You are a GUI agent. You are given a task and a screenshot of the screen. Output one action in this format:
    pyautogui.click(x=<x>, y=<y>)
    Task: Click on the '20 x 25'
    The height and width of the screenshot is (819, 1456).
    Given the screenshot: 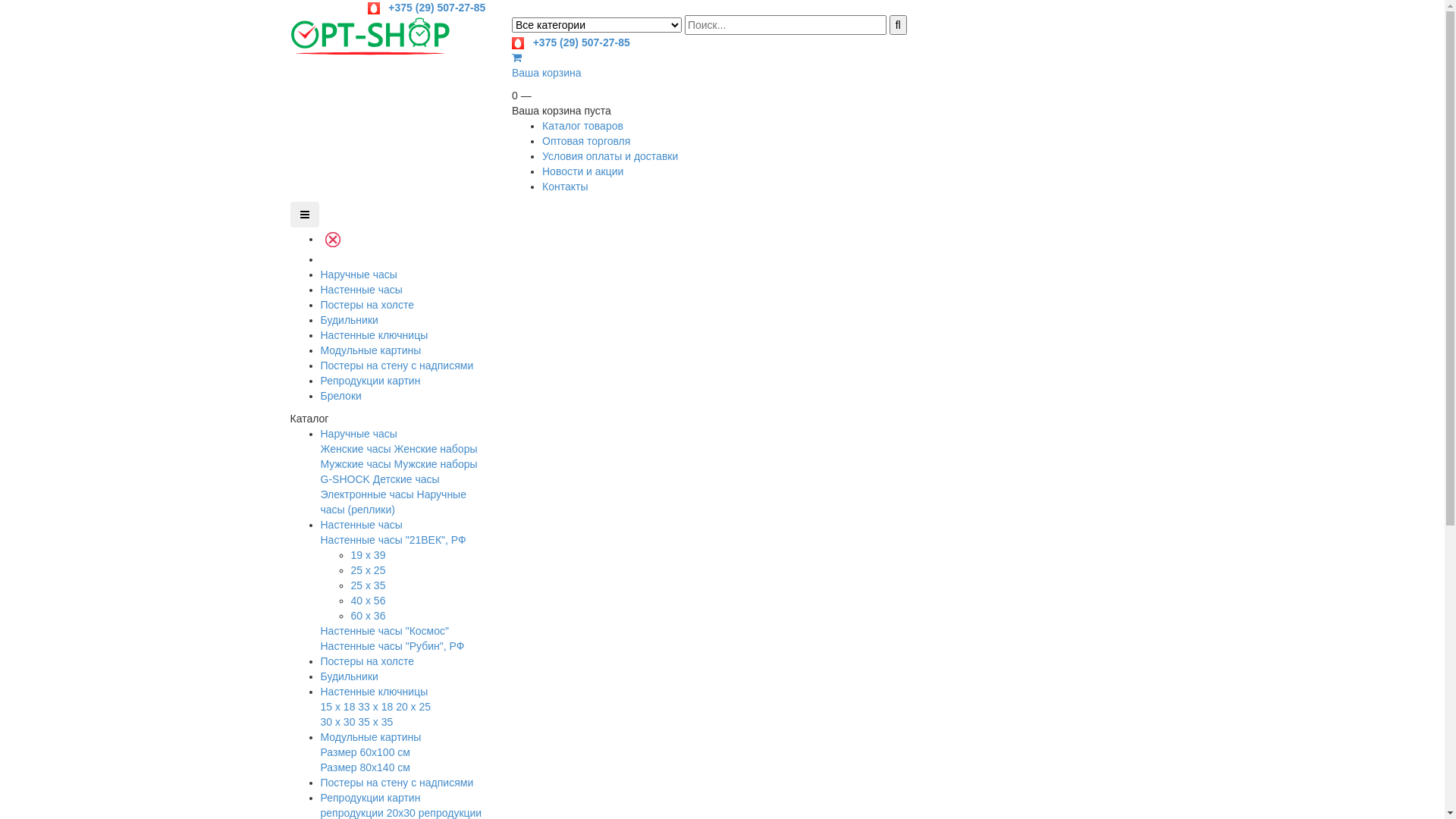 What is the action you would take?
    pyautogui.click(x=413, y=707)
    